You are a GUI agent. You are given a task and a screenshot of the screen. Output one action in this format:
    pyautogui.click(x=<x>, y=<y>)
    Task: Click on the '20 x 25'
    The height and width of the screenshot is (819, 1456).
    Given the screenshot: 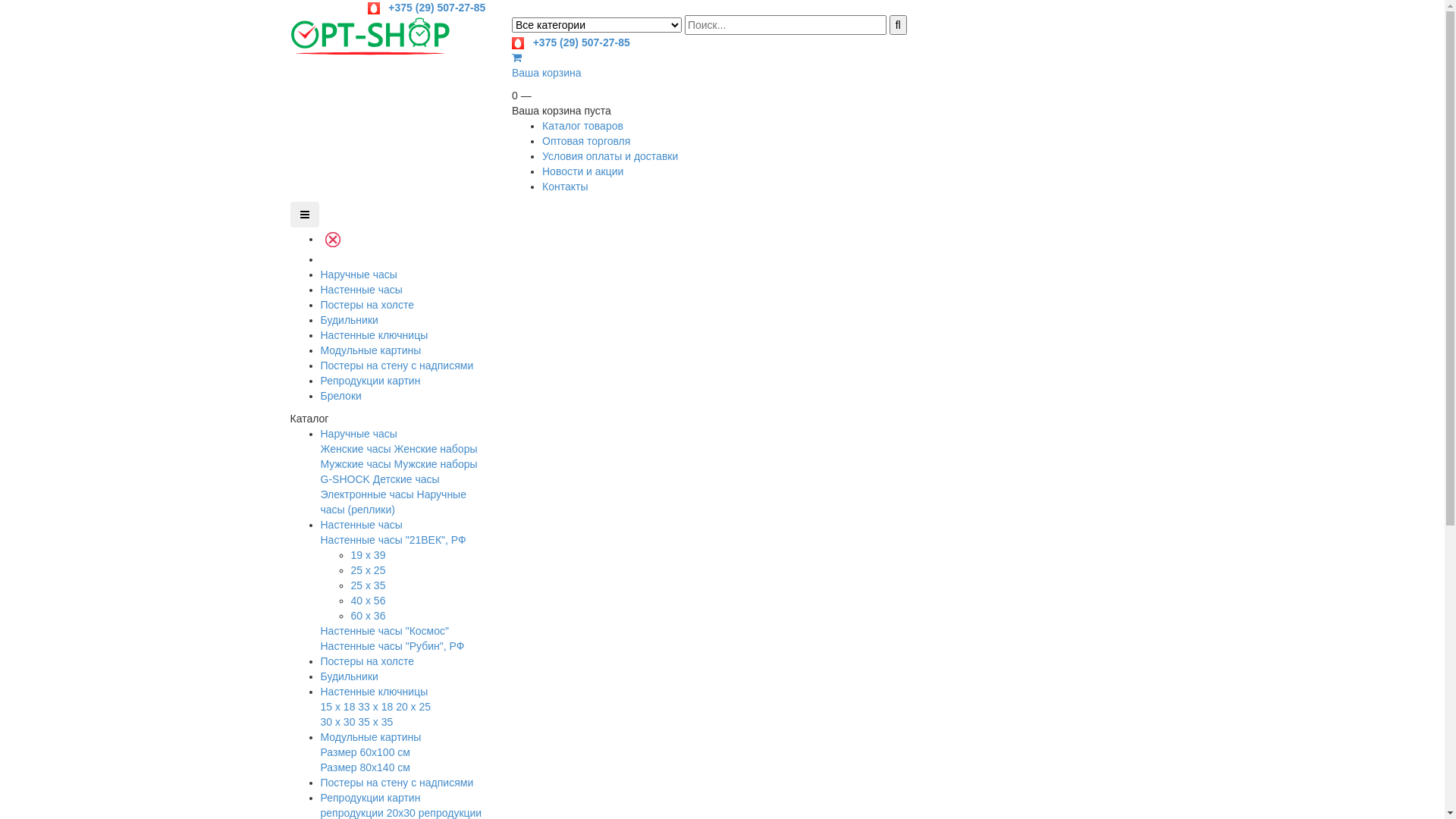 What is the action you would take?
    pyautogui.click(x=413, y=707)
    